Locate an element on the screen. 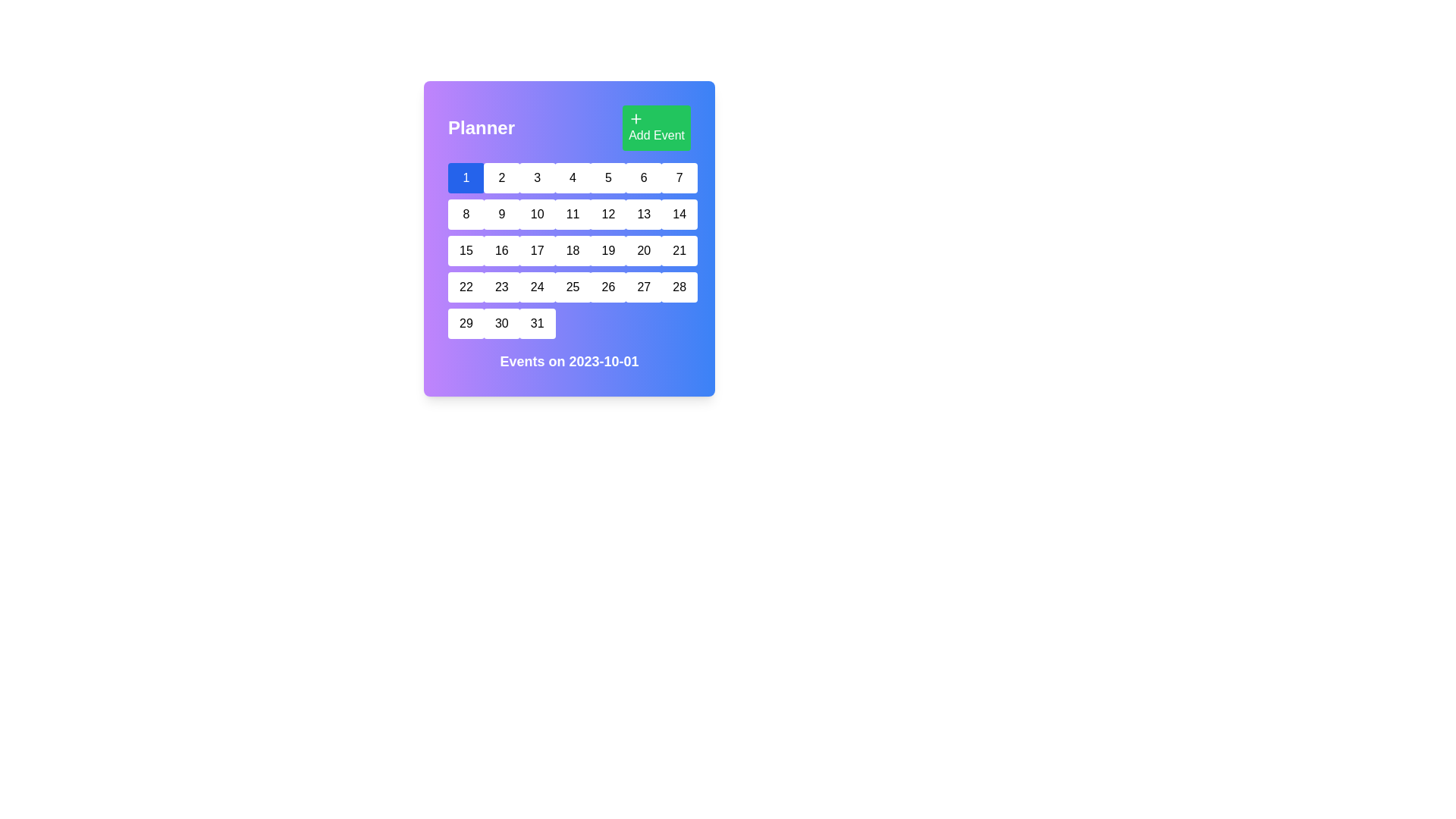  the button displaying the number '23' is located at coordinates (501, 287).